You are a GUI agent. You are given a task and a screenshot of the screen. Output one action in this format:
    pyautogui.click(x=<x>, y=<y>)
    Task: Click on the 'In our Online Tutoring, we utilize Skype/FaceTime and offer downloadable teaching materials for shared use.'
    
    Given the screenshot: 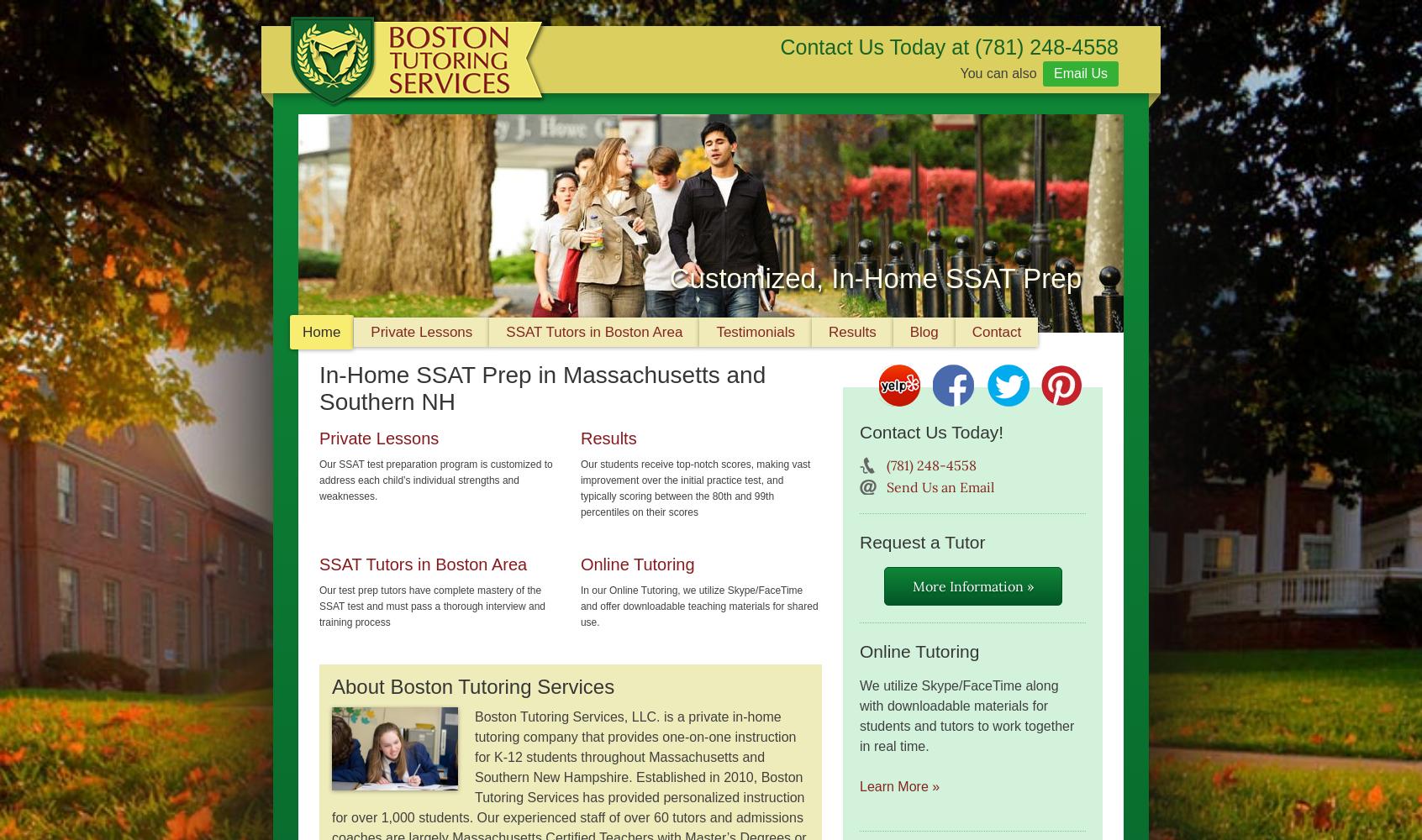 What is the action you would take?
    pyautogui.click(x=698, y=606)
    